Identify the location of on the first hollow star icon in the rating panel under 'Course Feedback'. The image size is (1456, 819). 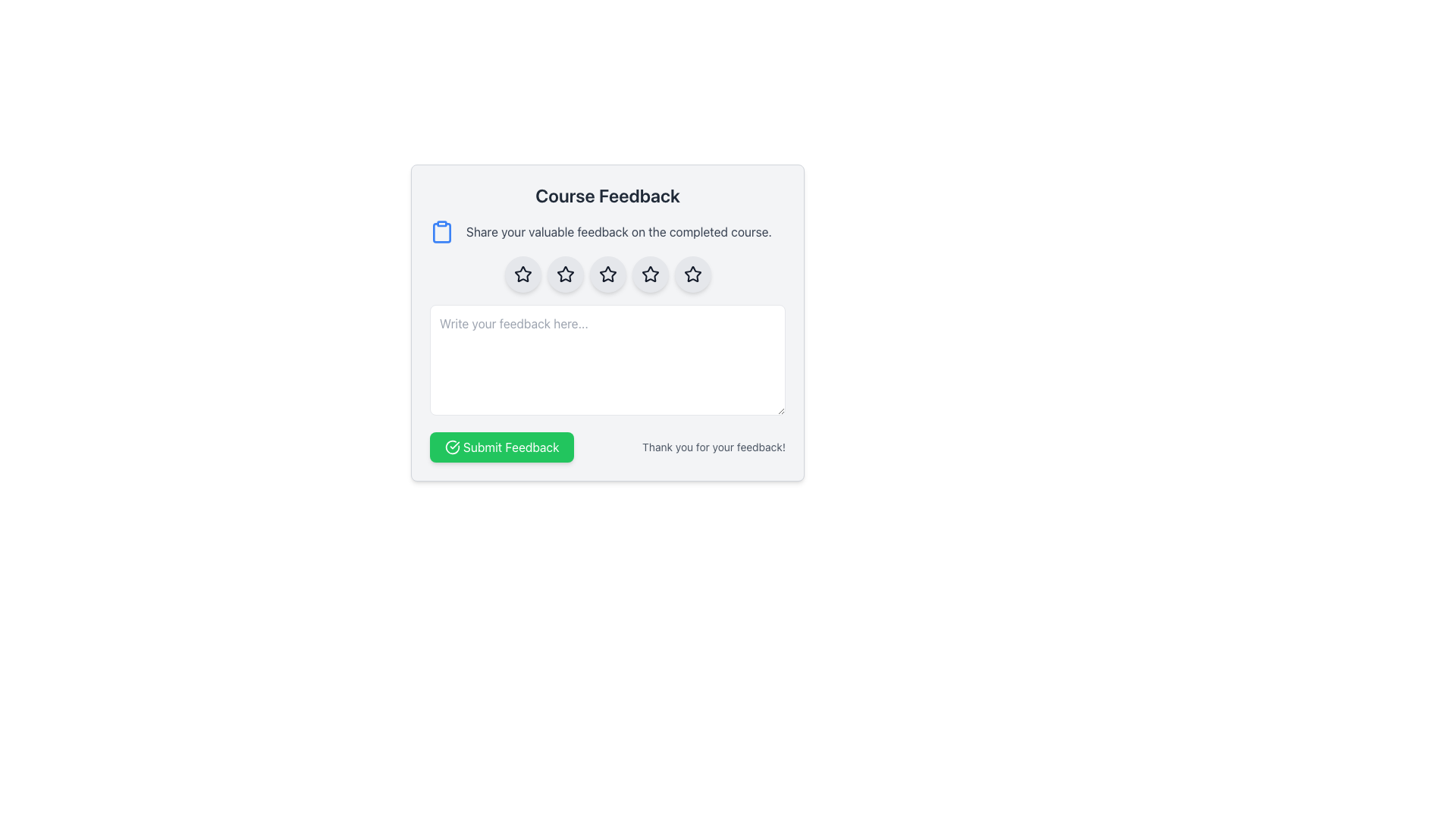
(522, 274).